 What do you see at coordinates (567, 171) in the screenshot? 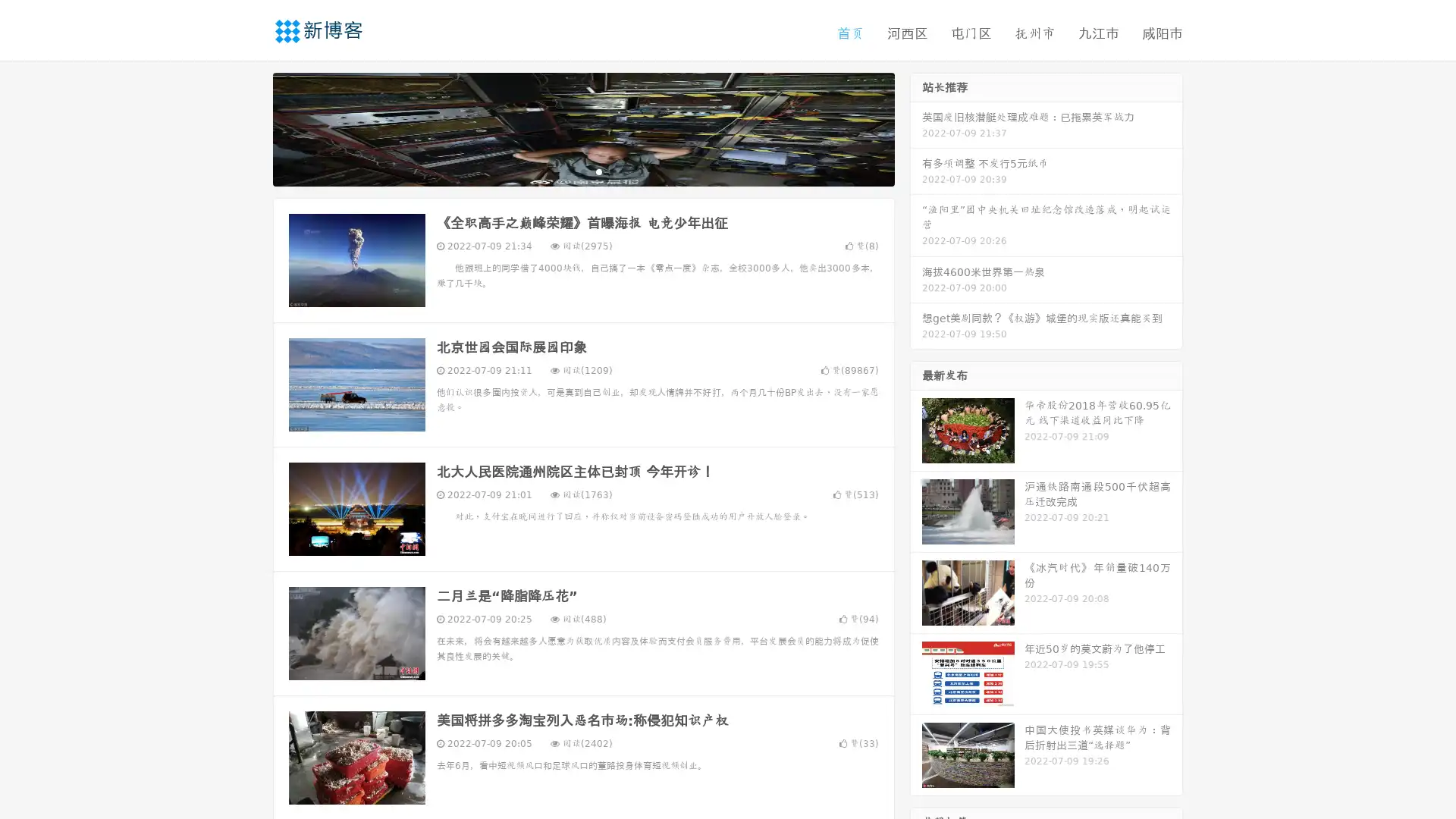
I see `Go to slide 1` at bounding box center [567, 171].